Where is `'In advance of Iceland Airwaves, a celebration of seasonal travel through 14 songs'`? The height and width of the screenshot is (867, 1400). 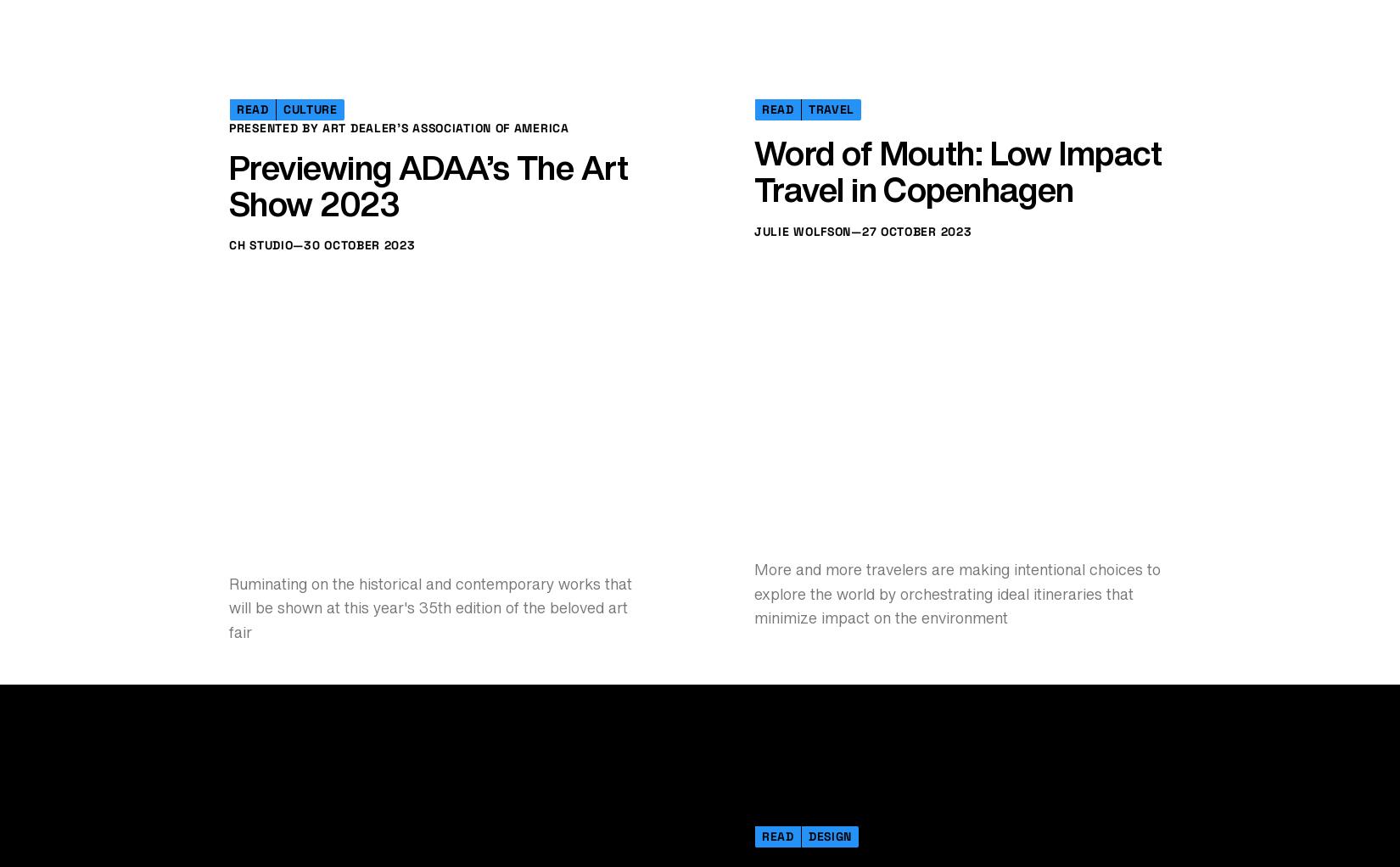
'In advance of Iceland Airwaves, a celebration of seasonal travel through 14 songs' is located at coordinates (445, 226).